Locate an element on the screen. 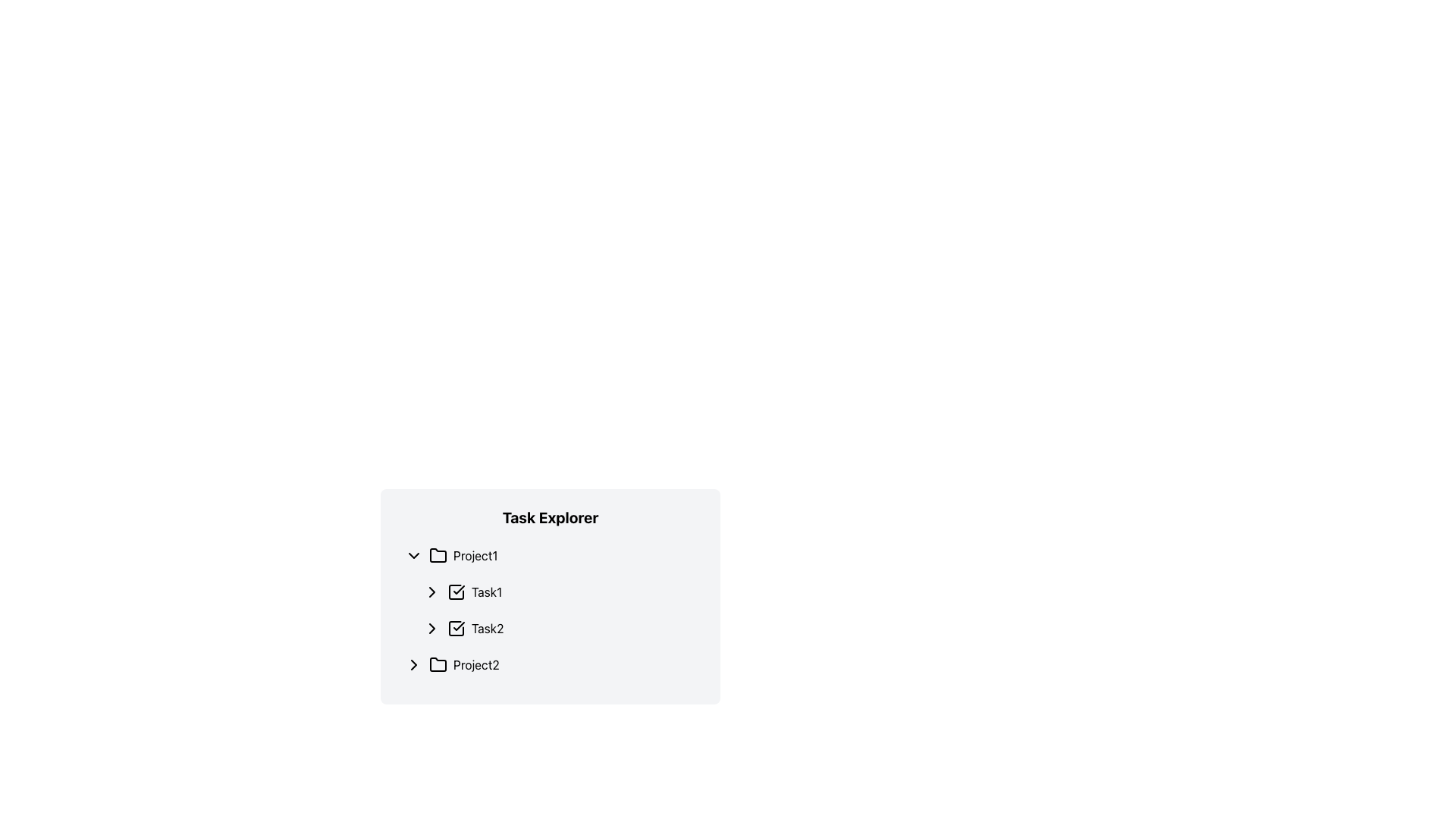  the task status indicated by the checklist icon representing the completed task next to 'Task2' under 'Project1' is located at coordinates (455, 629).